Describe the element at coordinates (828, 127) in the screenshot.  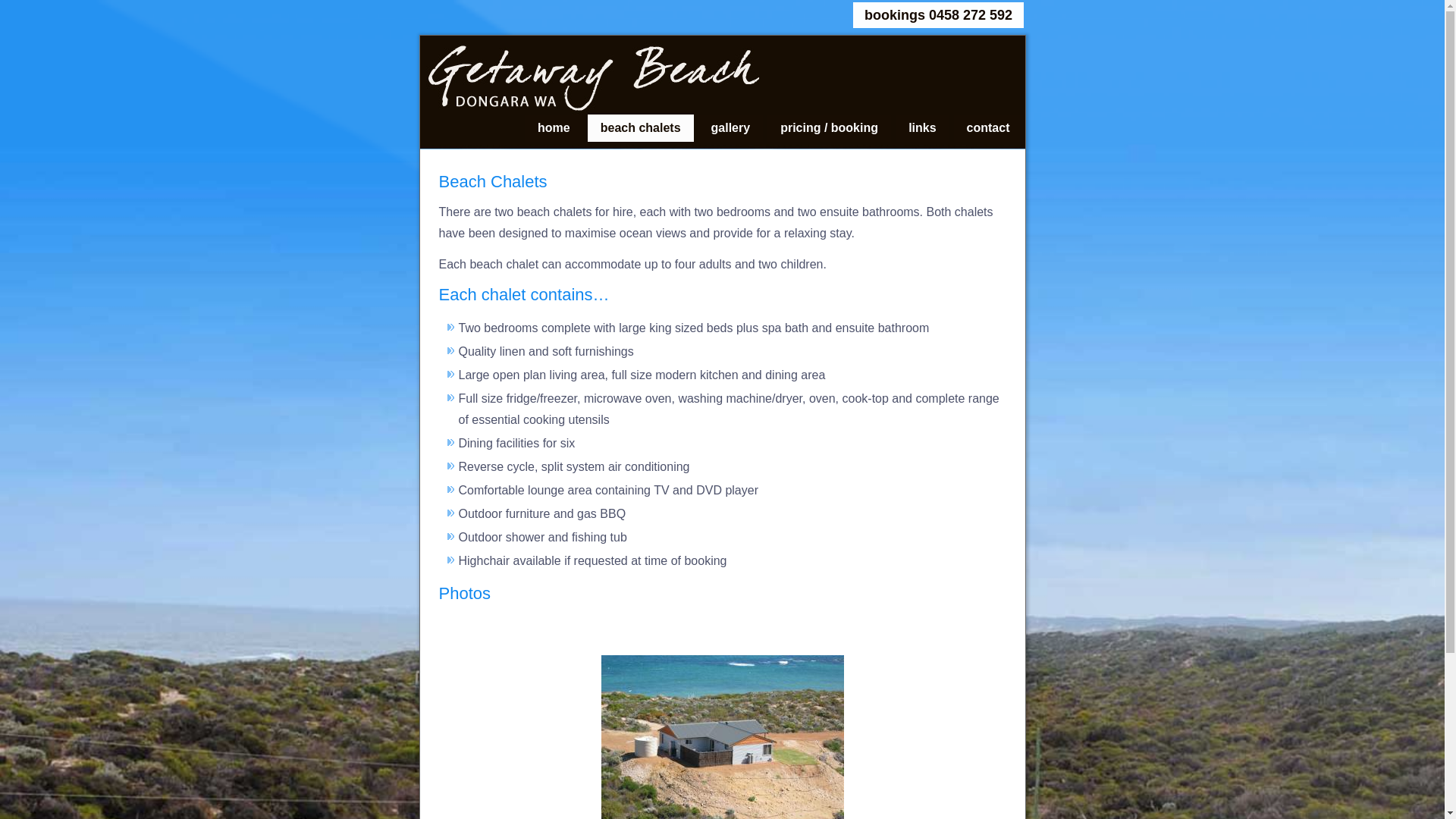
I see `'pricing / booking'` at that location.